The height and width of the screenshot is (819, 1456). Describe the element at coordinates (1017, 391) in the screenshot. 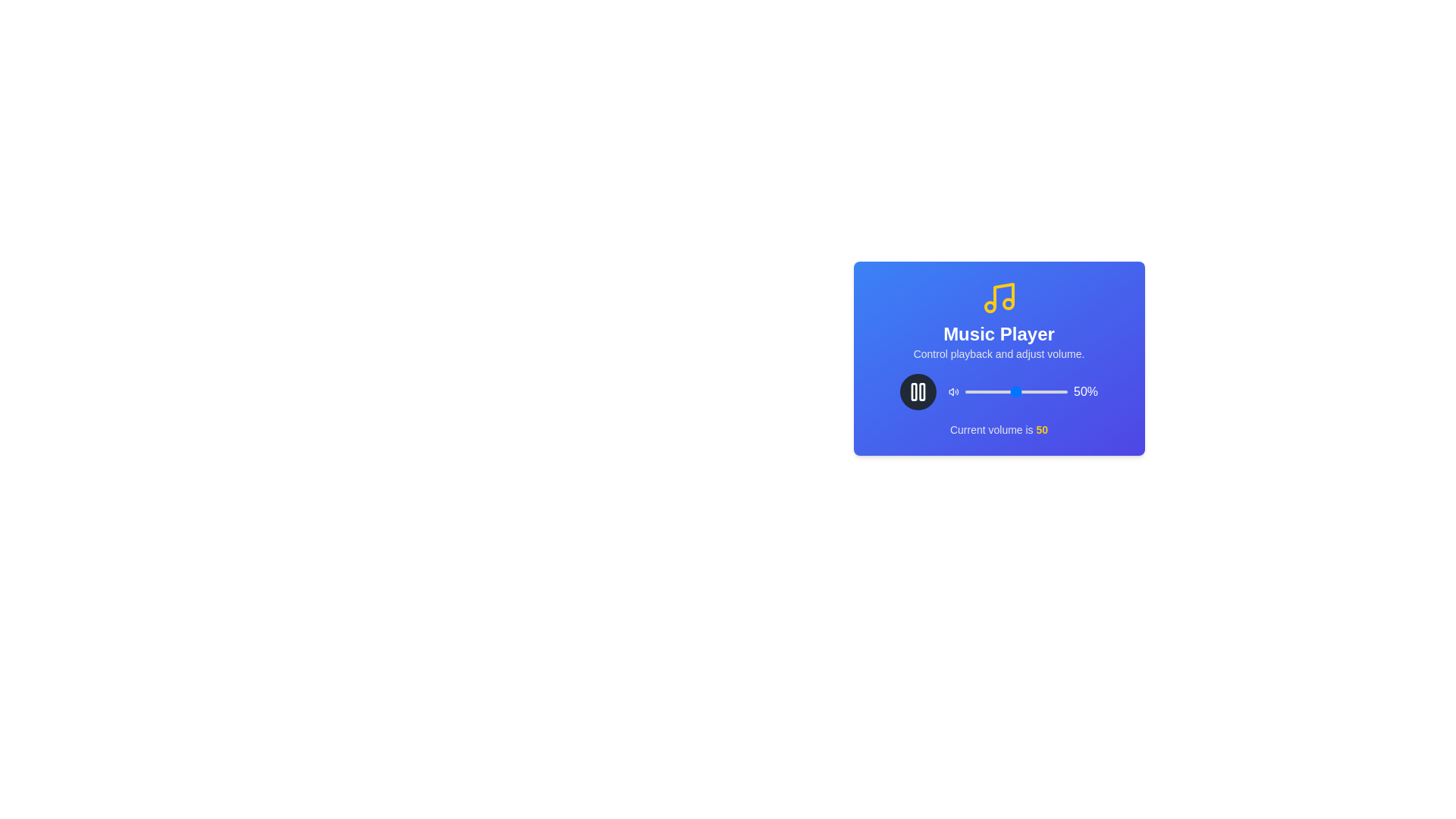

I see `the volume slider to set the volume to 51%` at that location.